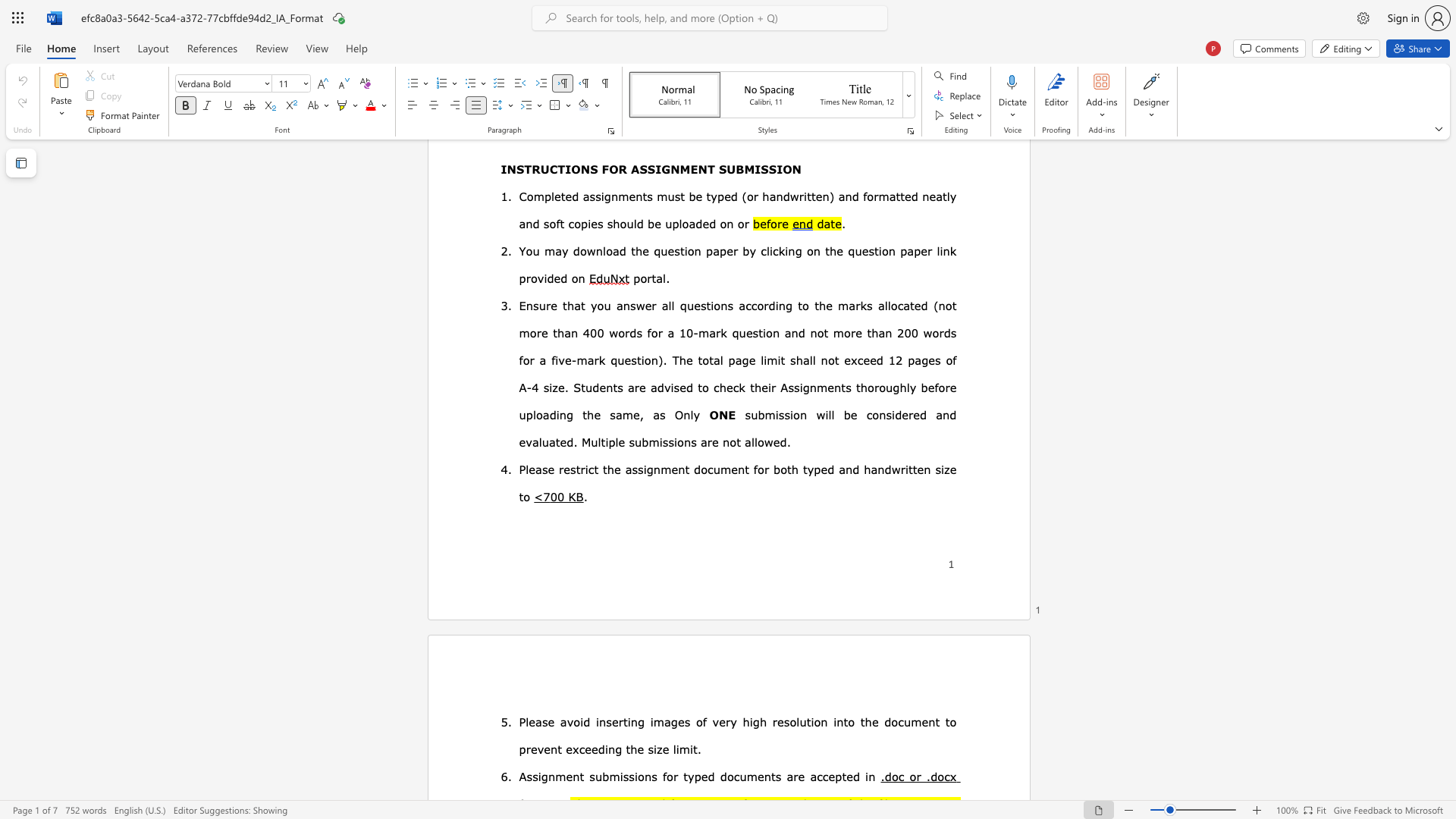 This screenshot has width=1456, height=819. Describe the element at coordinates (605, 721) in the screenshot. I see `the subset text "serting im" within the text "Please avoid inserting images of"` at that location.